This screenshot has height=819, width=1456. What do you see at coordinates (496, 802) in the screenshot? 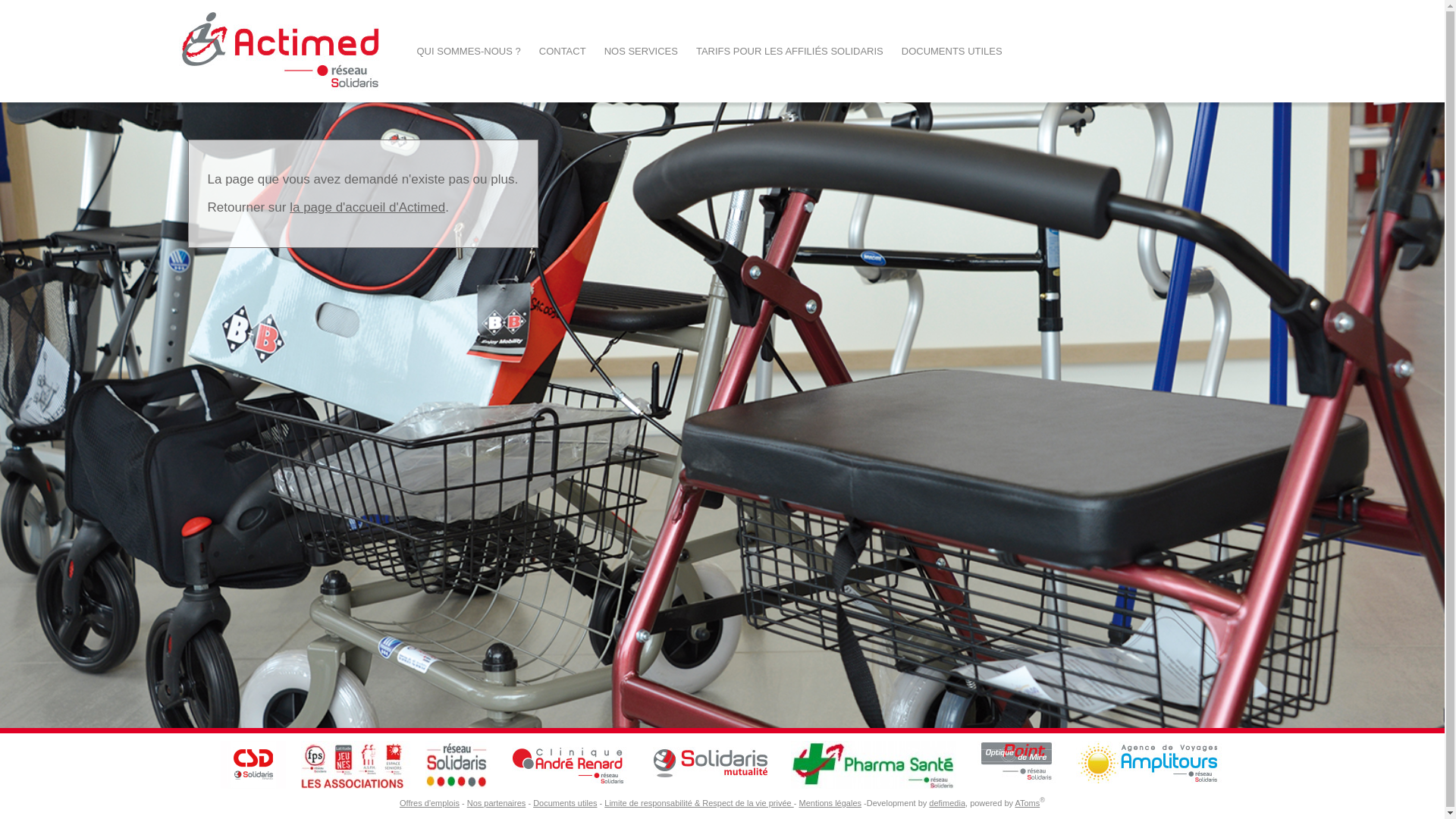
I see `'Nos partenaires'` at bounding box center [496, 802].